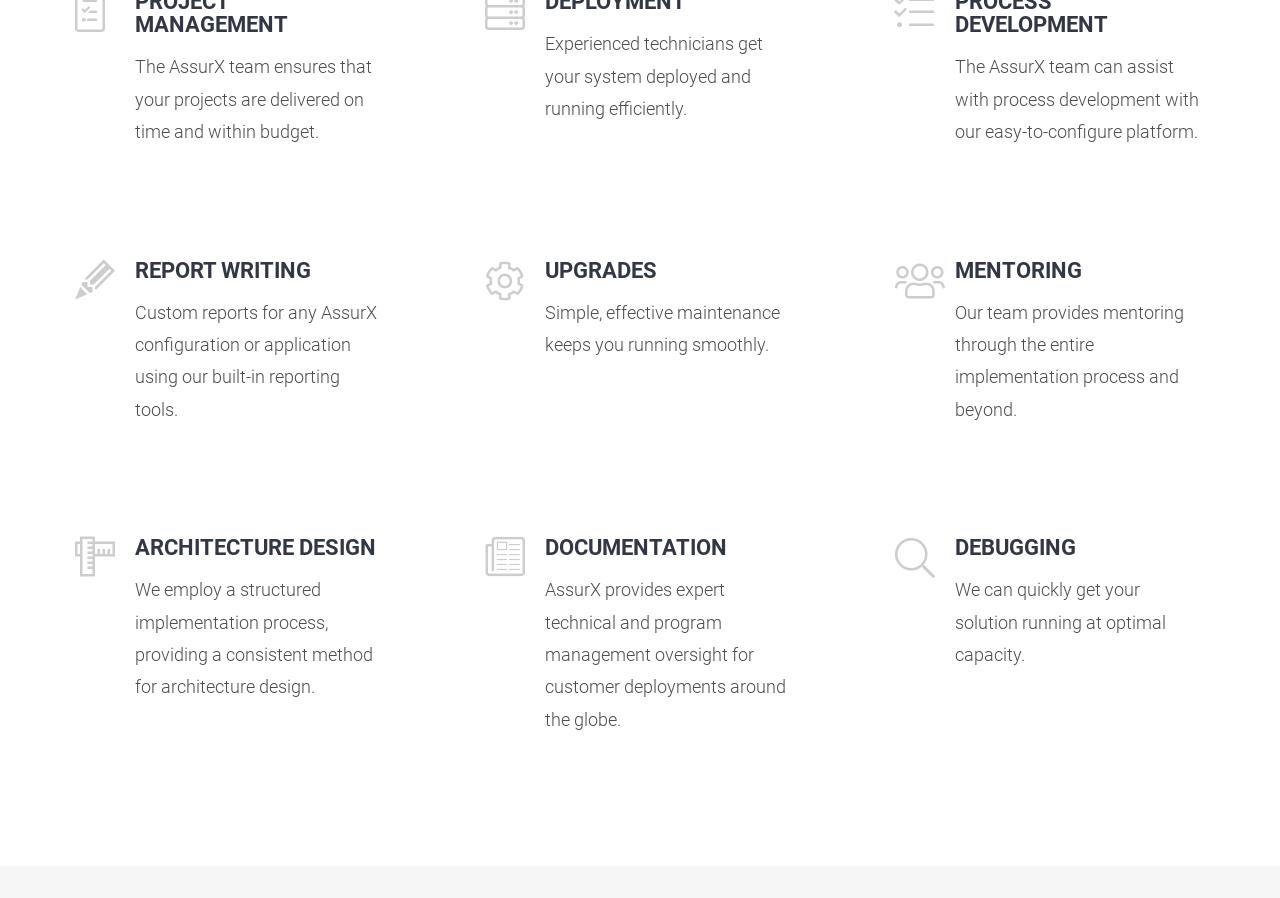  Describe the element at coordinates (1075, 97) in the screenshot. I see `'The AssurX team can assist with process development with our easy-to-configure platform.'` at that location.